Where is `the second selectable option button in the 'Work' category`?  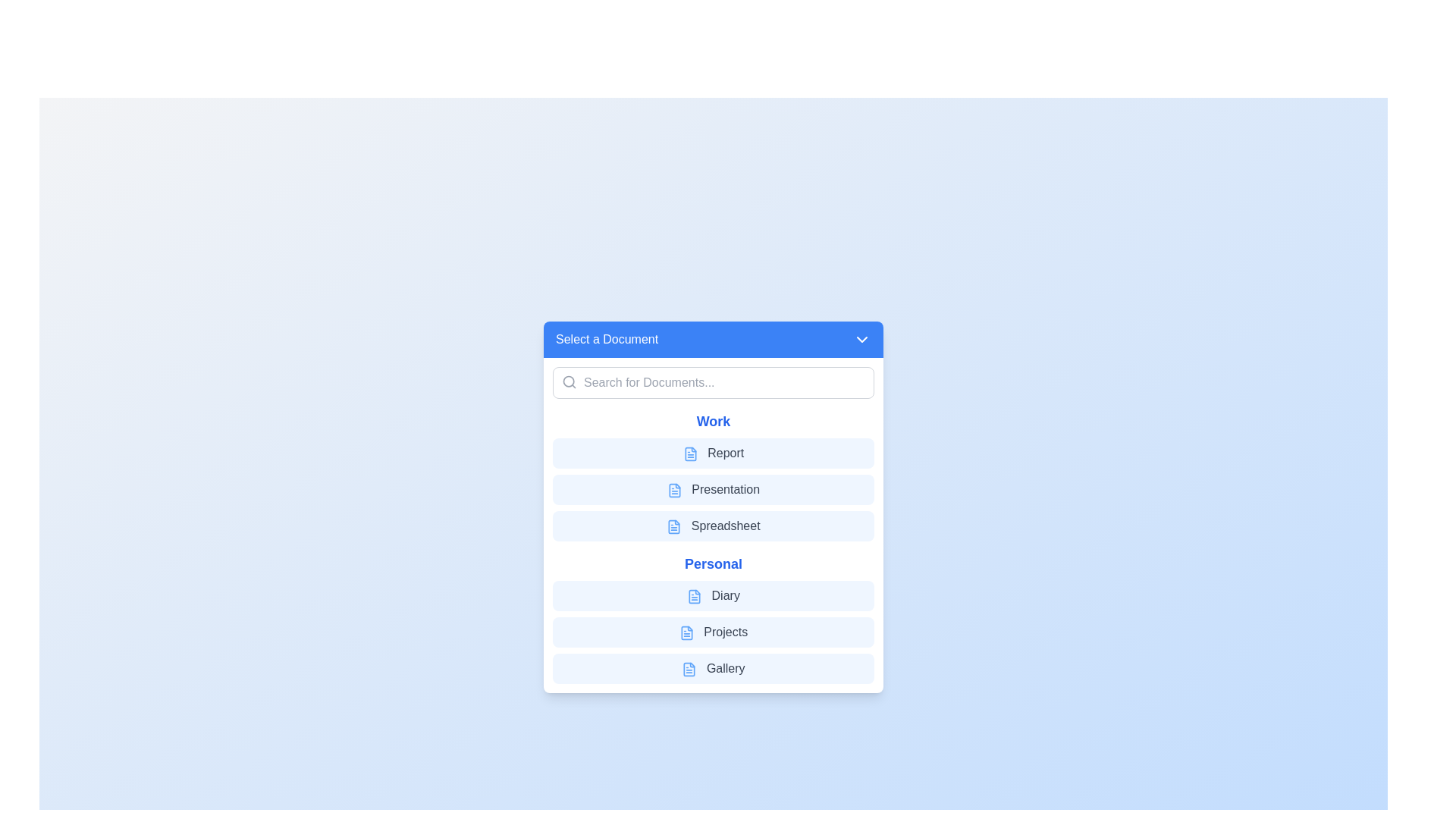 the second selectable option button in the 'Work' category is located at coordinates (712, 489).